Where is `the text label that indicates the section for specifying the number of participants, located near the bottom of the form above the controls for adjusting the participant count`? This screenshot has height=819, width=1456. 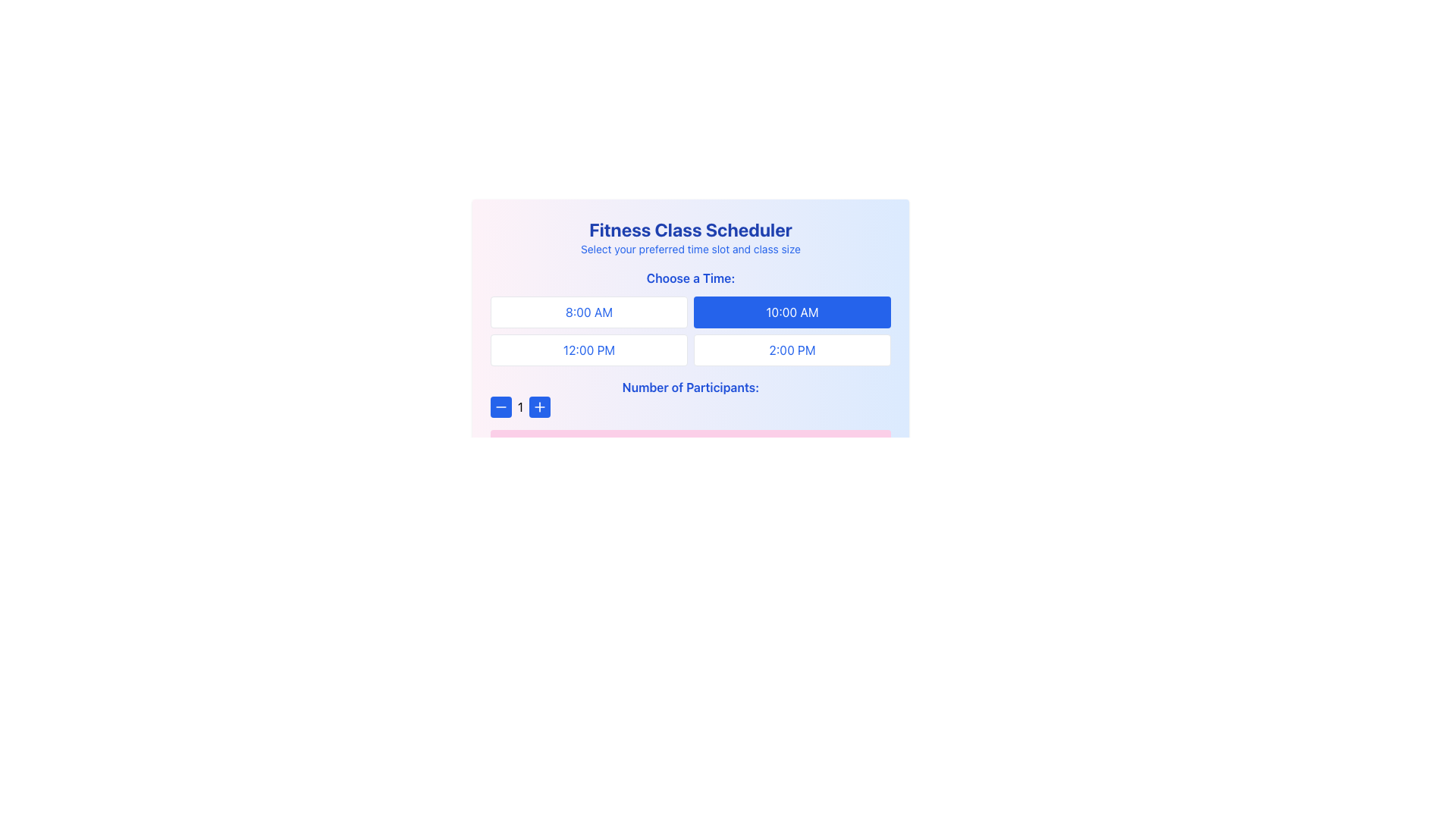 the text label that indicates the section for specifying the number of participants, located near the bottom of the form above the controls for adjusting the participant count is located at coordinates (690, 386).